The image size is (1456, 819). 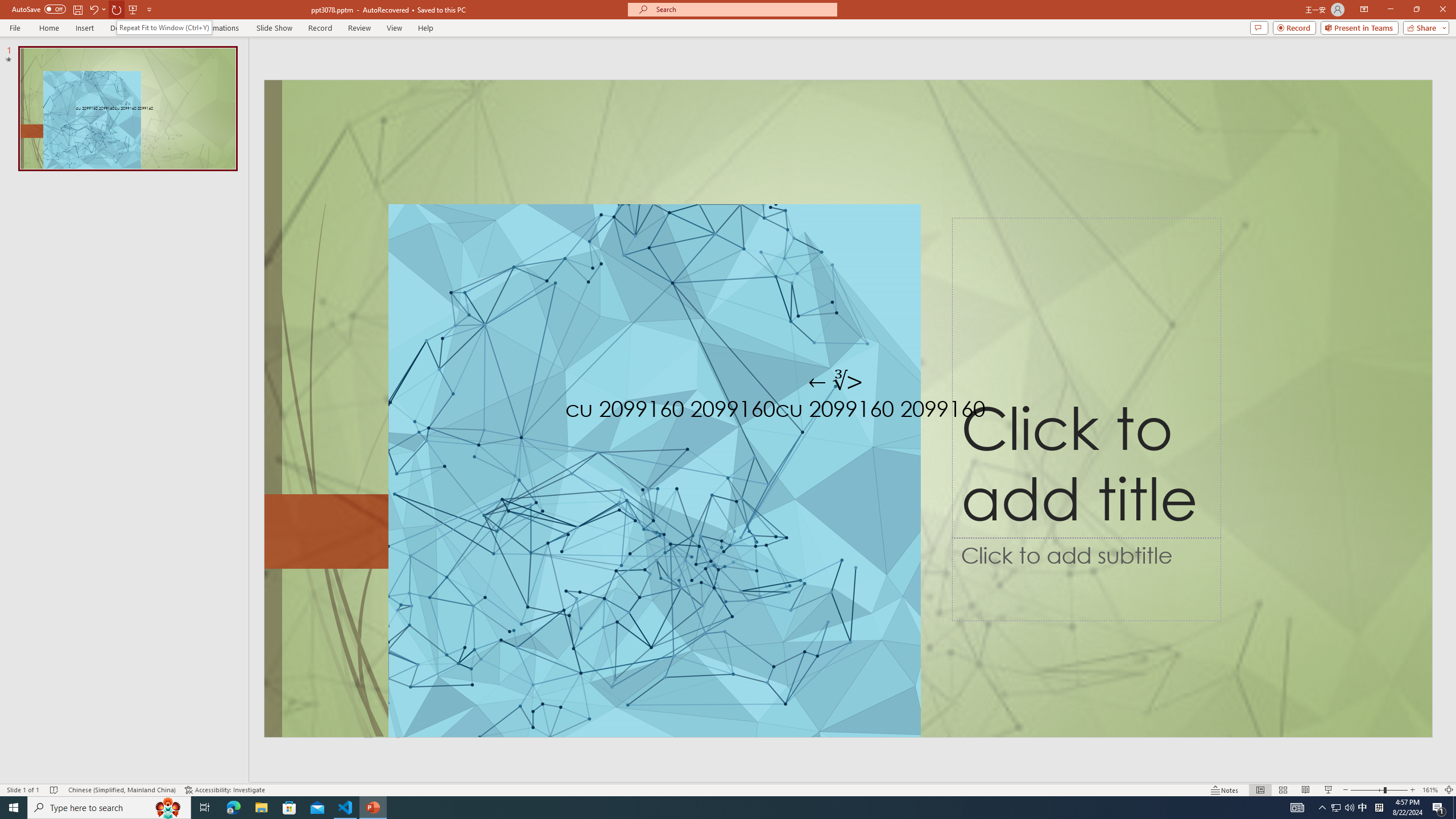 What do you see at coordinates (164, 27) in the screenshot?
I see `'Repeat Fit to Window (Ctrl+Y)'` at bounding box center [164, 27].